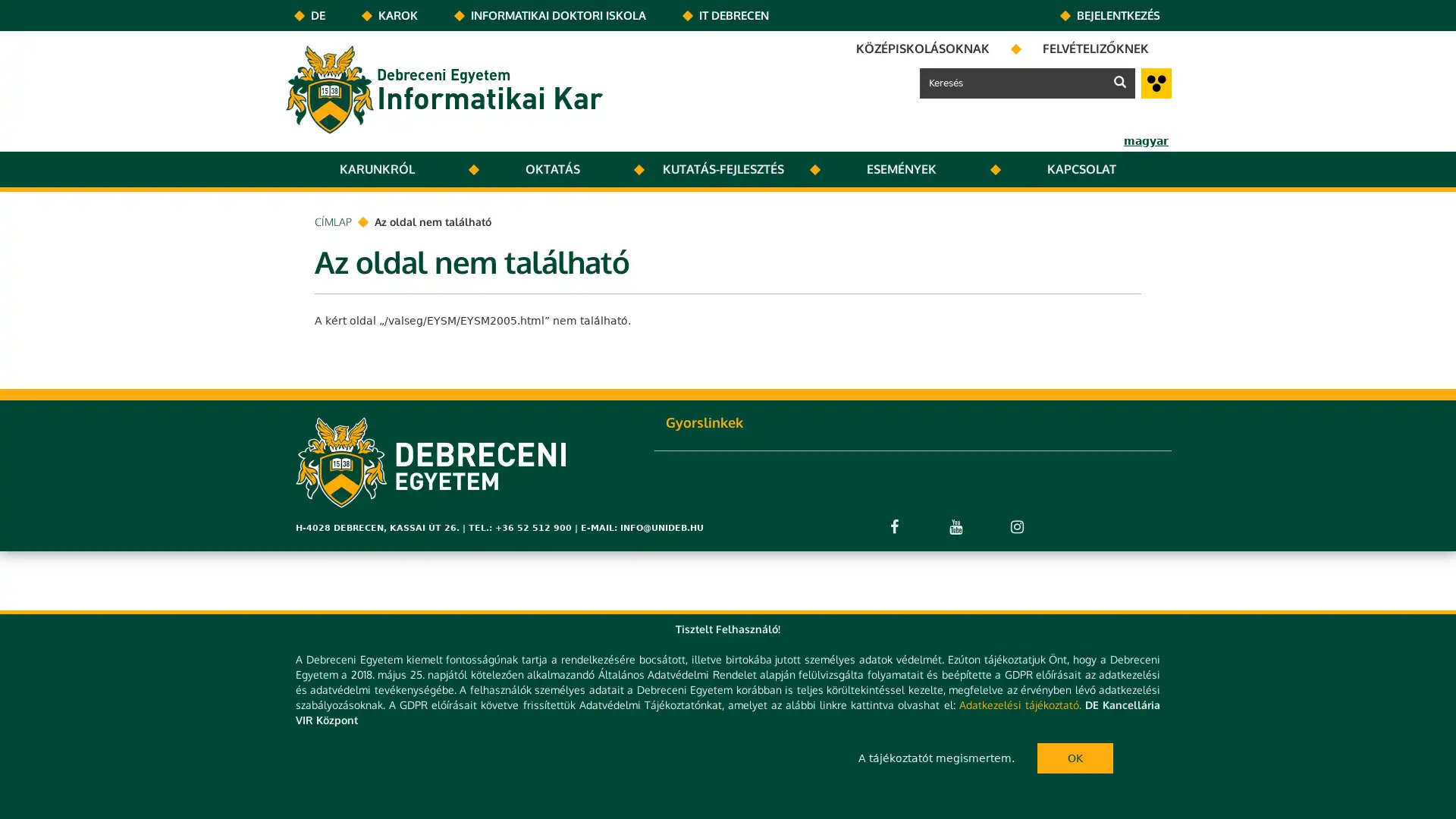 This screenshot has height=819, width=1456. Describe the element at coordinates (1073, 758) in the screenshot. I see `OK` at that location.